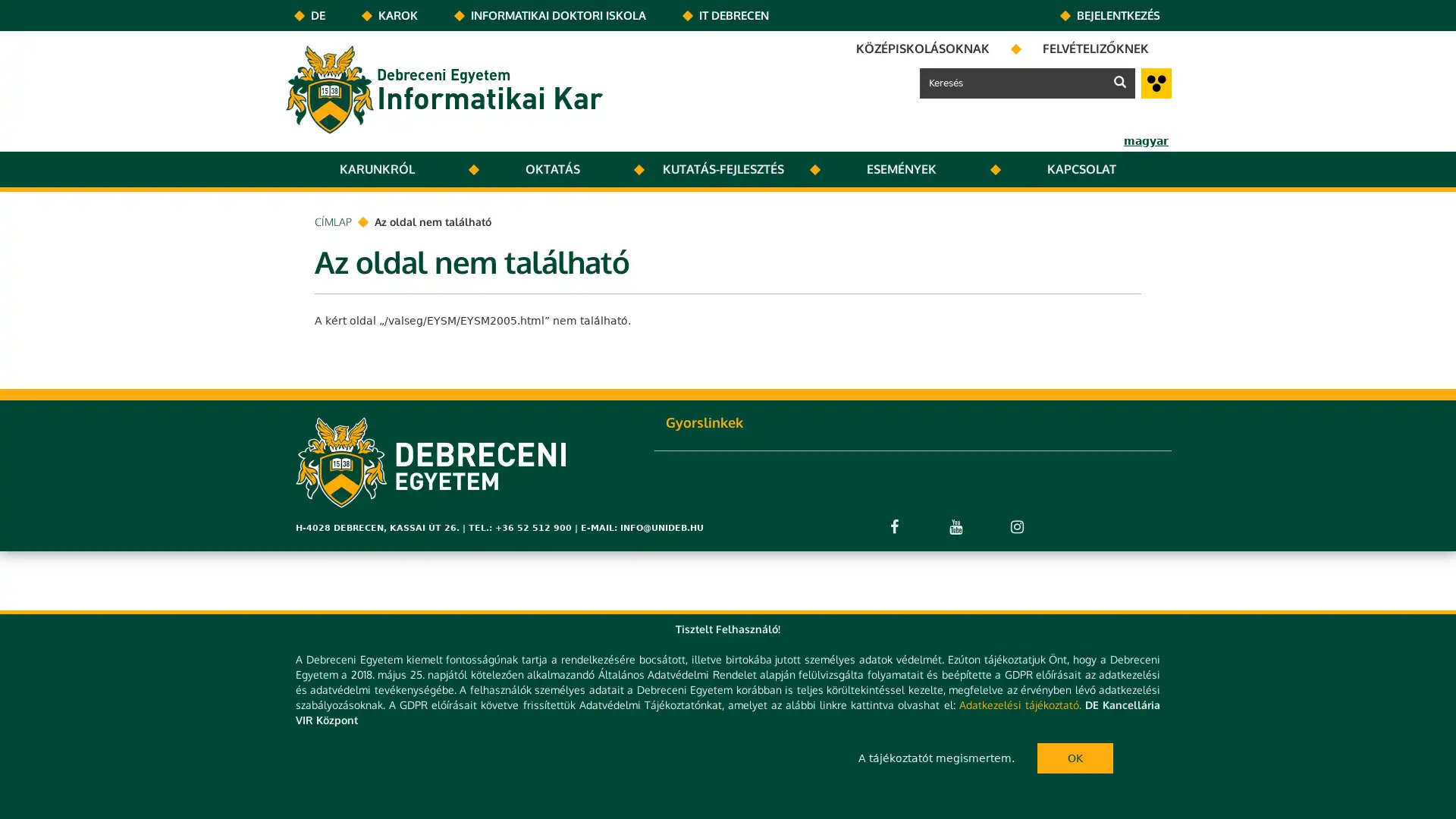 This screenshot has height=819, width=1456. Describe the element at coordinates (1073, 758) in the screenshot. I see `OK` at that location.